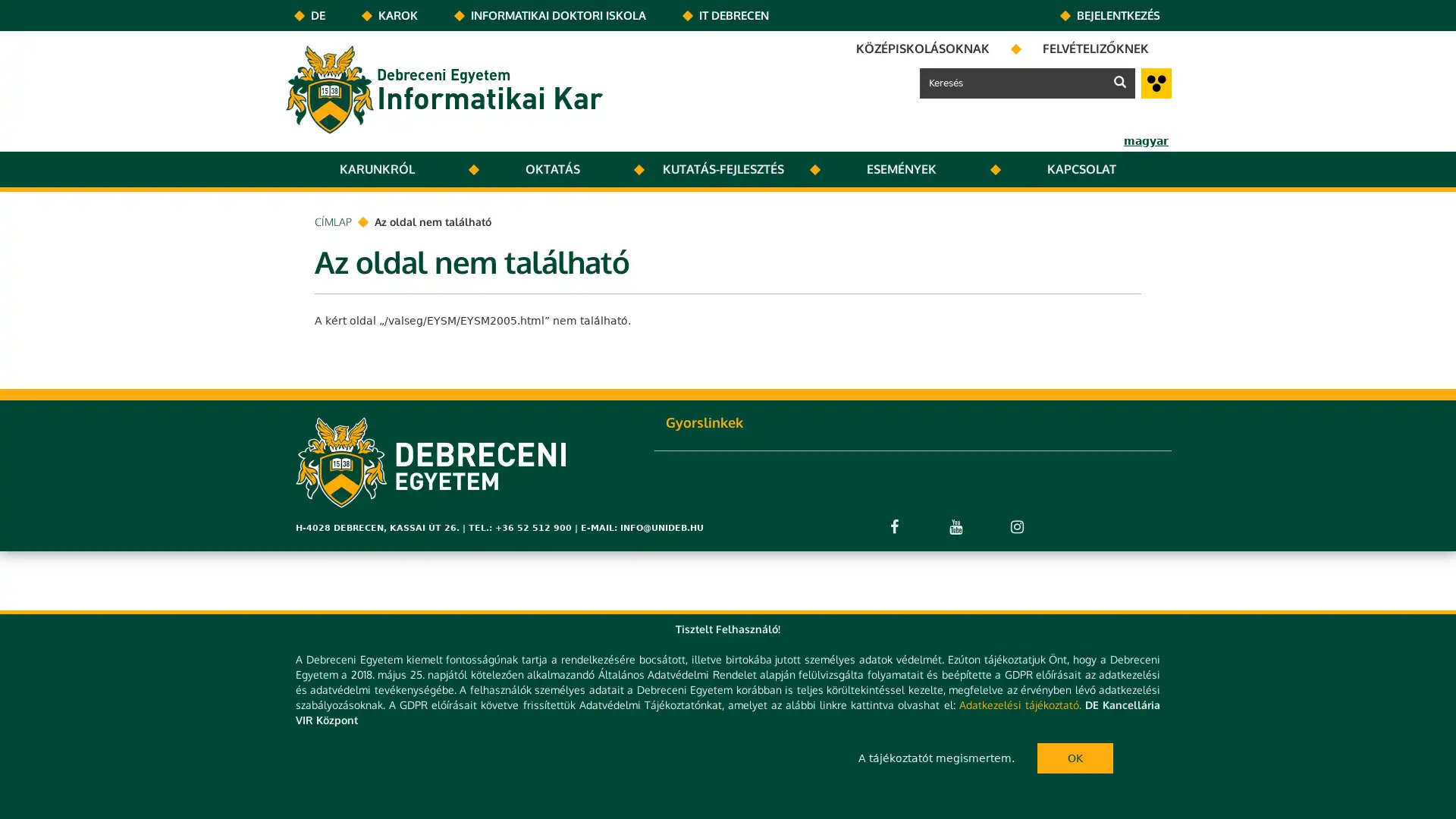 This screenshot has height=819, width=1456. Describe the element at coordinates (1073, 758) in the screenshot. I see `OK` at that location.